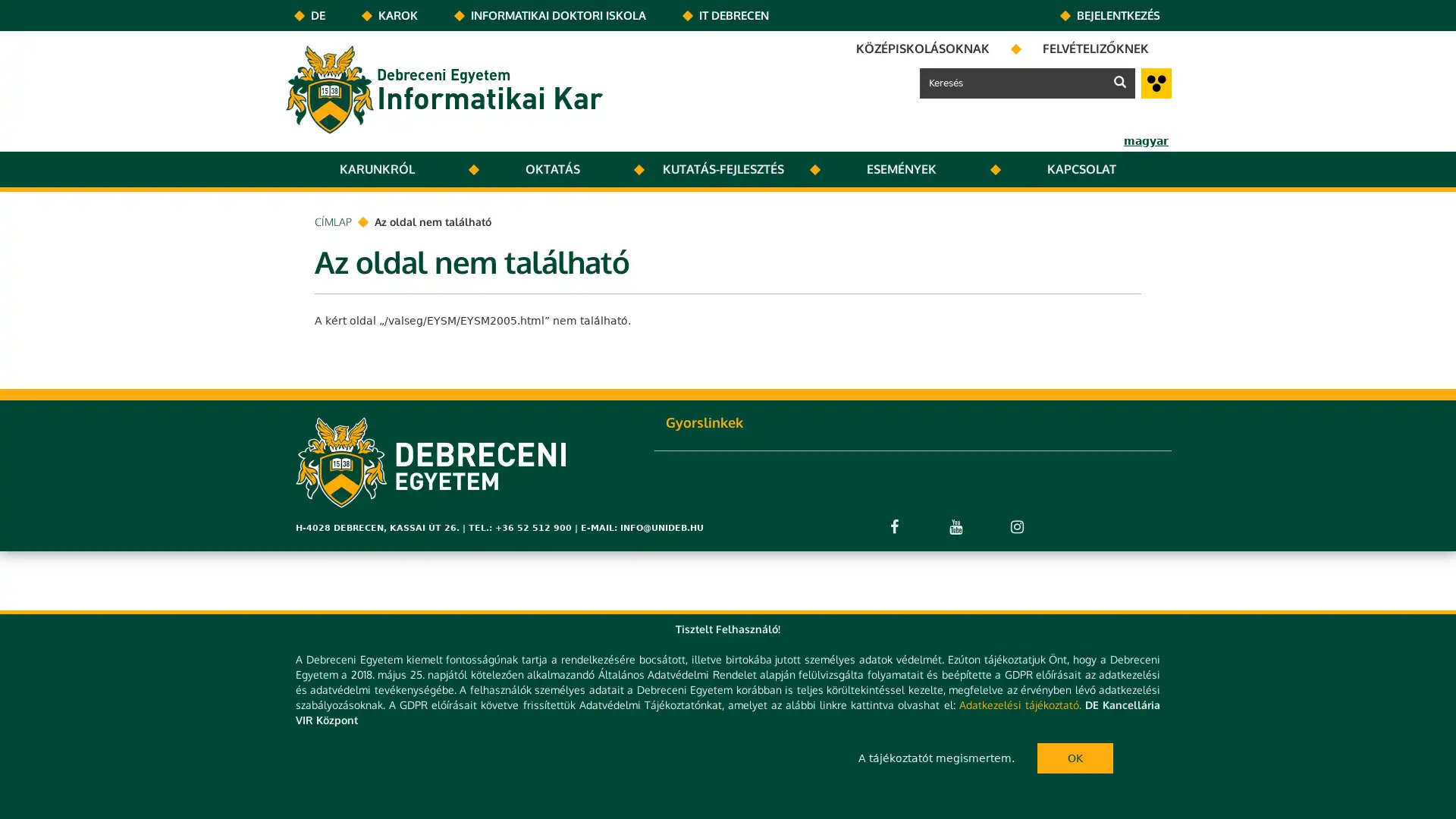 This screenshot has height=819, width=1456. Describe the element at coordinates (1073, 758) in the screenshot. I see `OK` at that location.